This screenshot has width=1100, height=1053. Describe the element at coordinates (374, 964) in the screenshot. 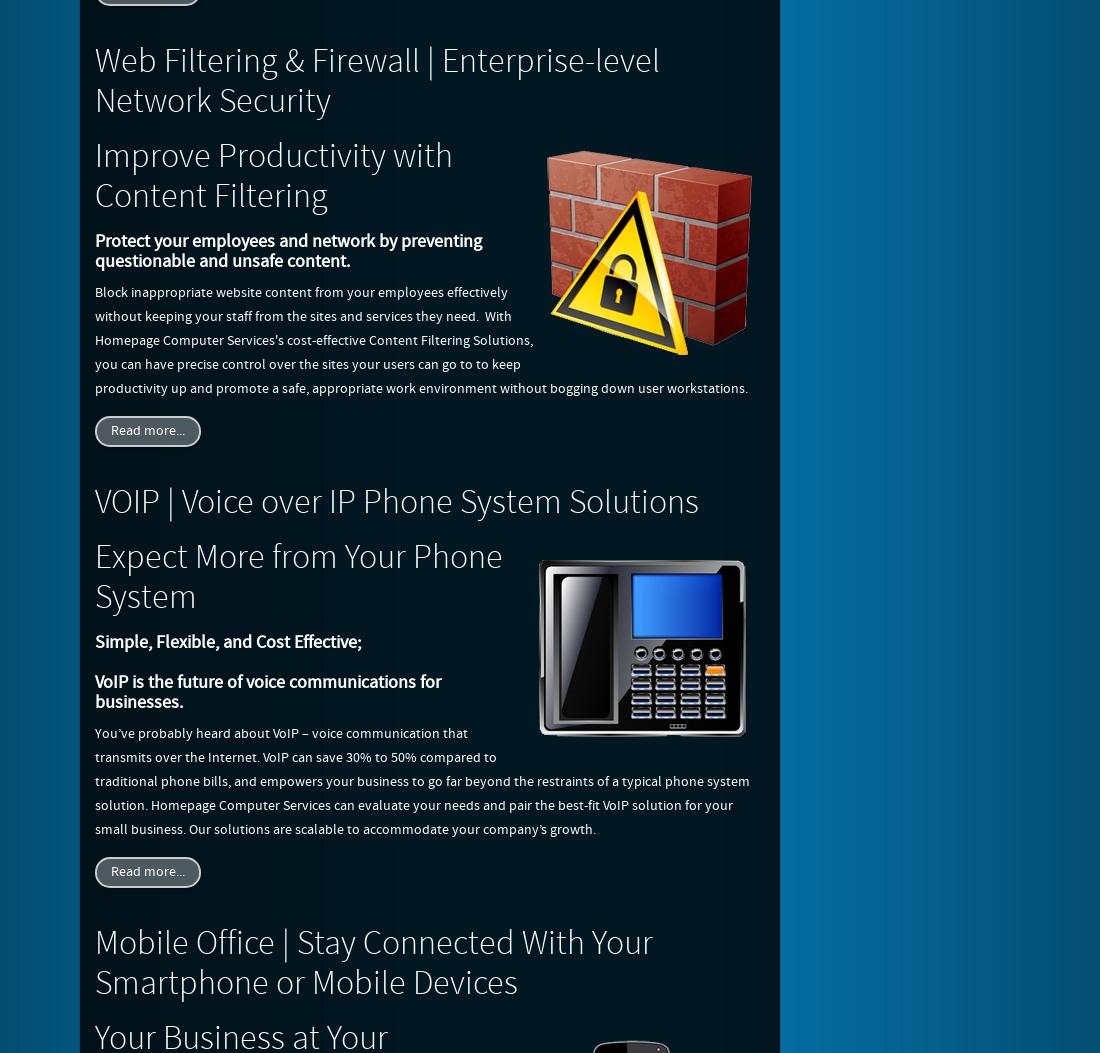

I see `'Mobile Office | Stay Connected With Your Smartphone or Mobile Devices'` at that location.